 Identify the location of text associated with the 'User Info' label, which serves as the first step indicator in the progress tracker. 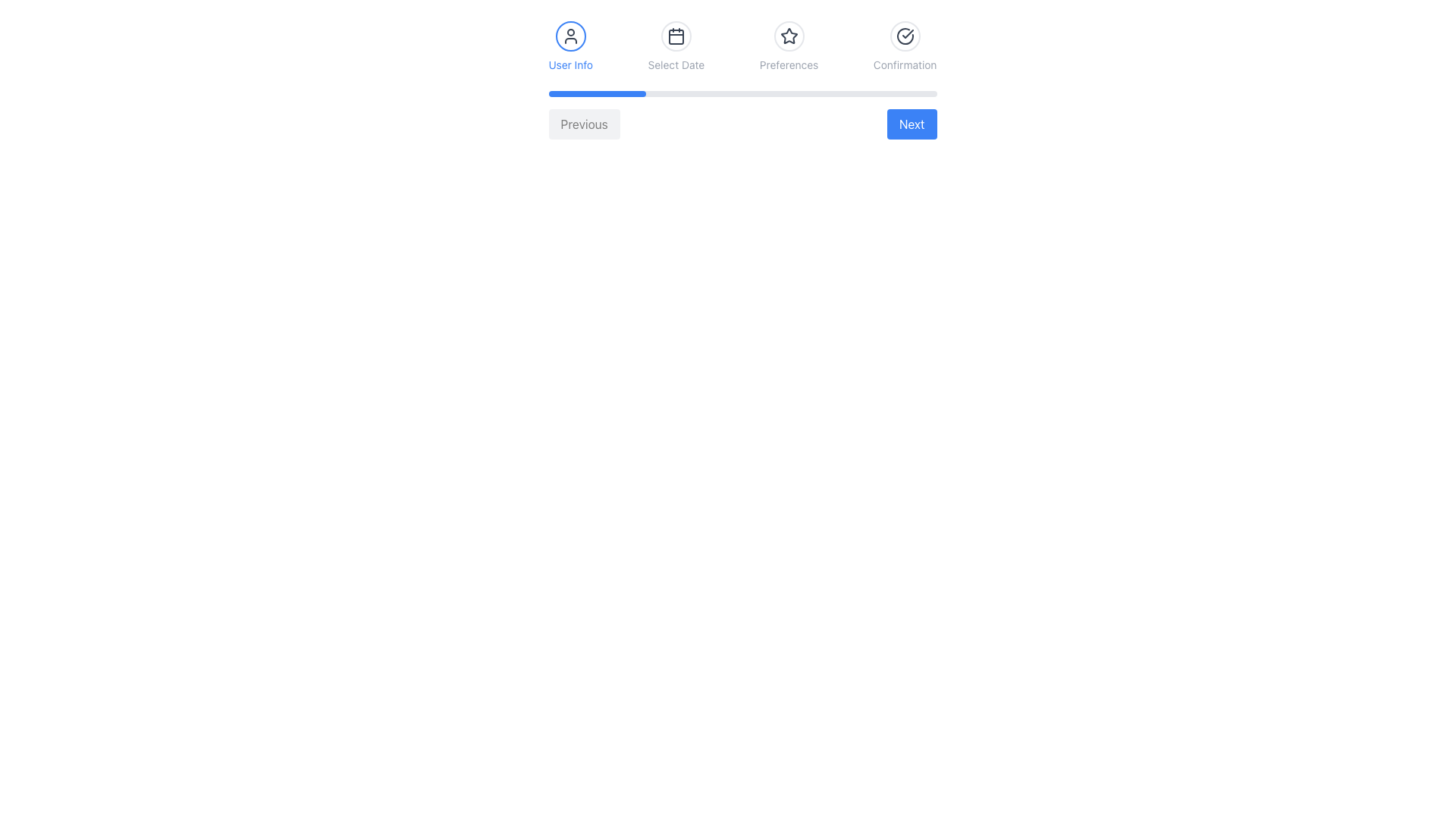
(570, 45).